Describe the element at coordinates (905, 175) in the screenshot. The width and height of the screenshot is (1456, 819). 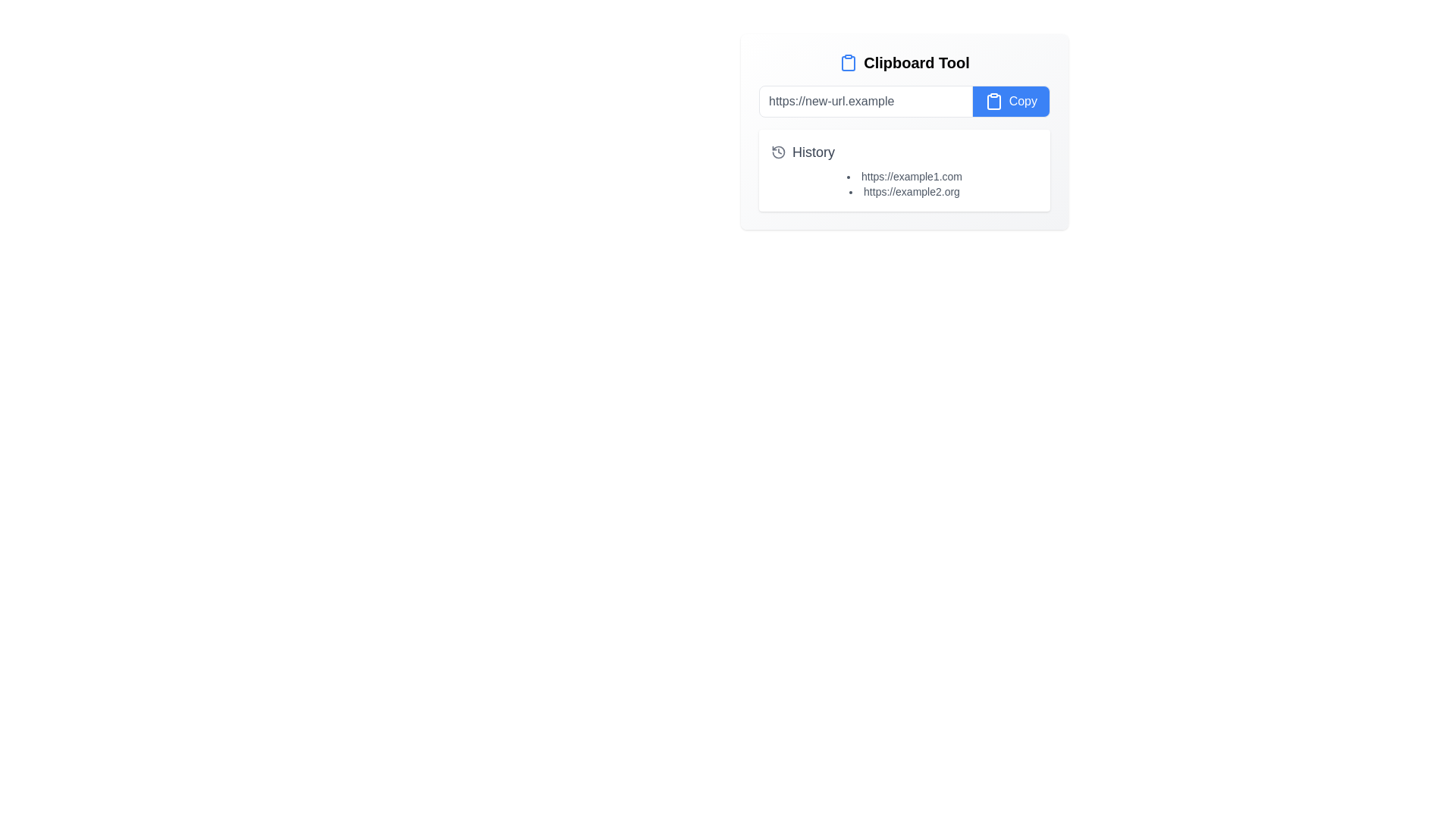
I see `the text element displaying 'https://example1.com' in a grayish font color, positioned as the first item in the 'History' section of the list` at that location.